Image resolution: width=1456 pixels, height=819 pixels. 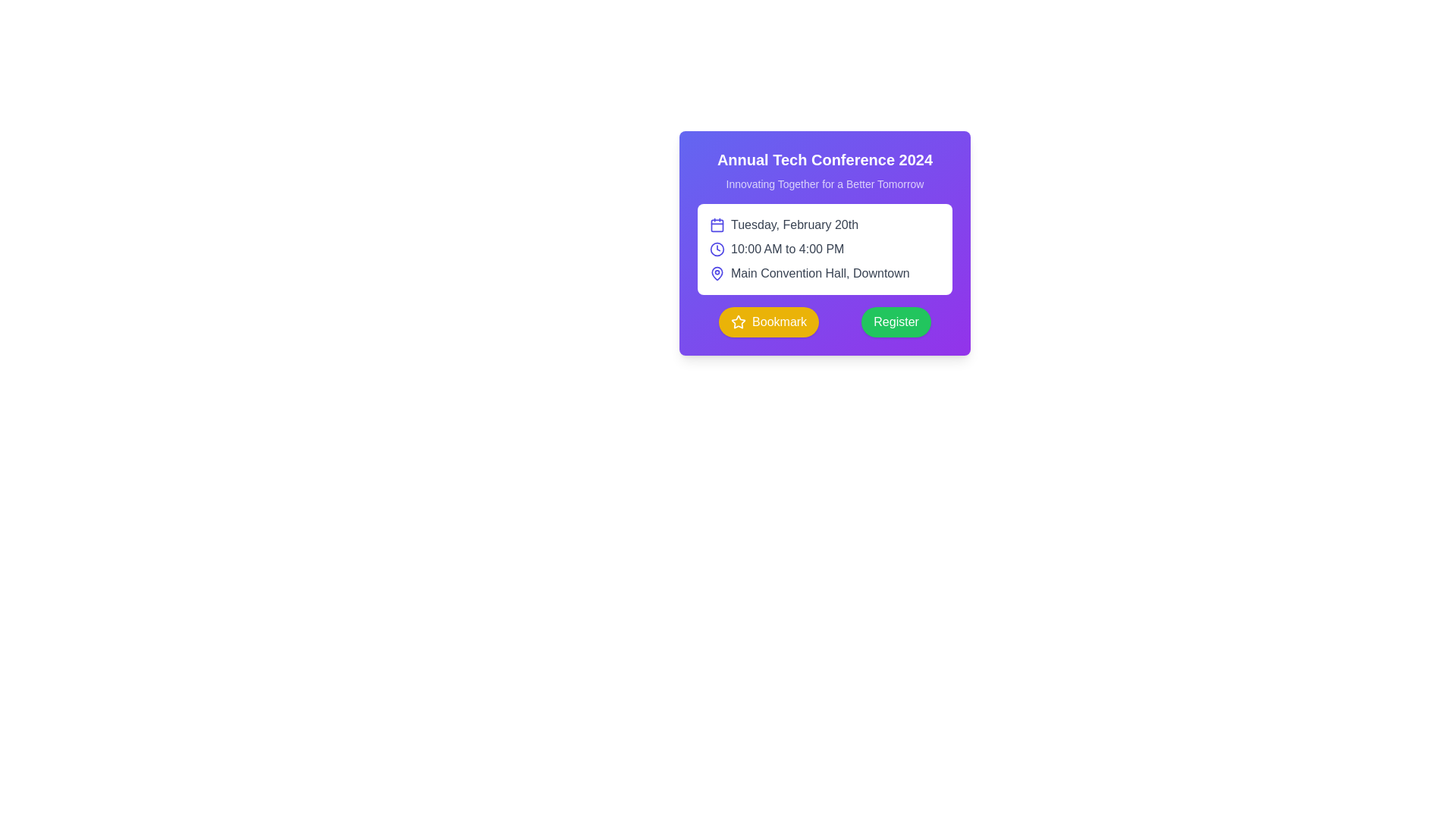 What do you see at coordinates (787, 248) in the screenshot?
I see `the text label indicating the event's time range, which is located in the second row of the content box within the rectangular purple card, next to a clock icon and below the date heading` at bounding box center [787, 248].